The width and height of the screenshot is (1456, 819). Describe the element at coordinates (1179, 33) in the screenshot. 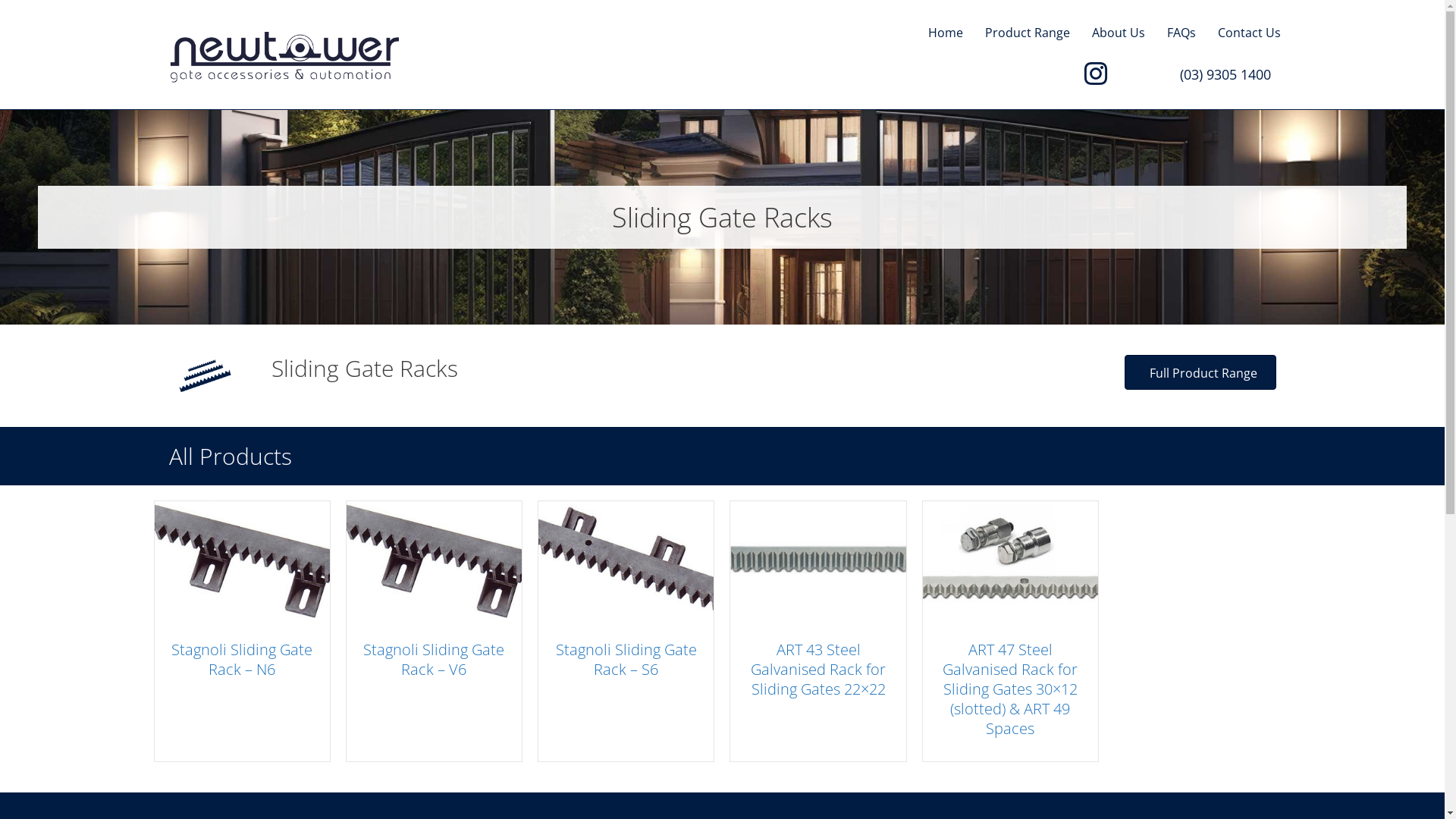

I see `'FAQs'` at that location.